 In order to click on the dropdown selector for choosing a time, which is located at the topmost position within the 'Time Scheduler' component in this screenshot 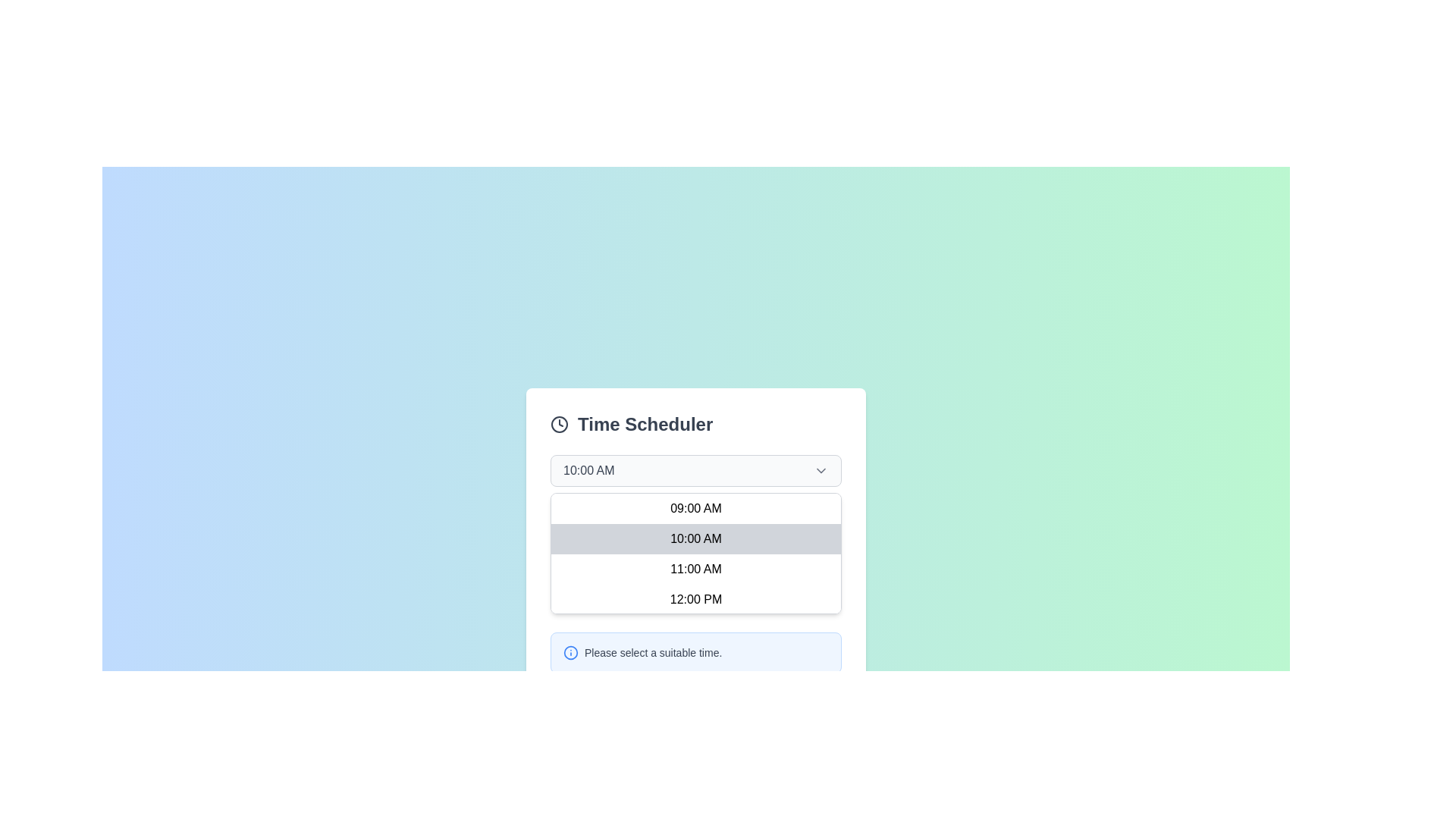, I will do `click(695, 470)`.